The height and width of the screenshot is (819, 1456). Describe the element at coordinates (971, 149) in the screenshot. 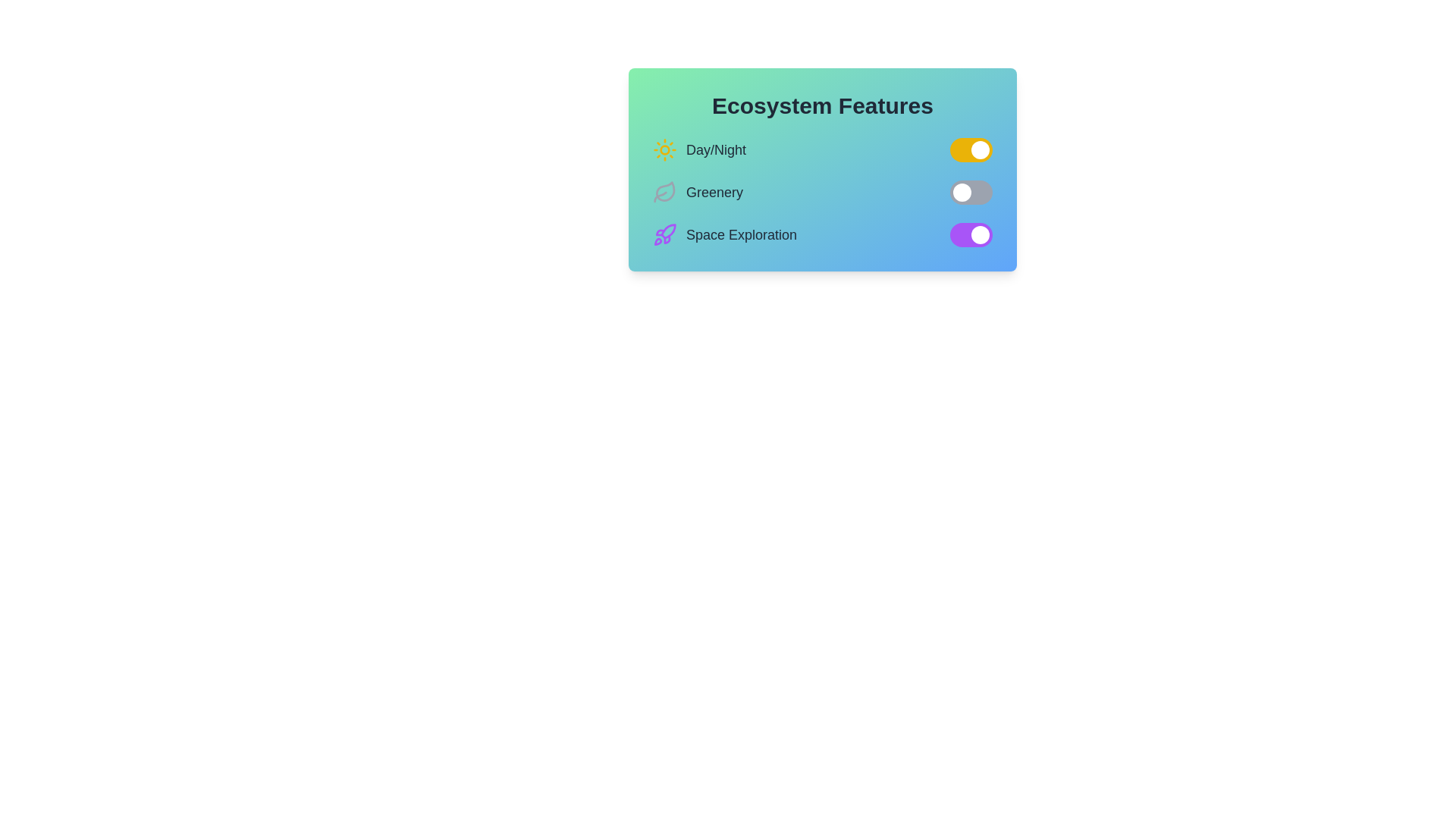

I see `the toggle switch with a yellow background and a white circular knob, located in the top-right corner adjacent to the 'Day/Night' label, to change its state` at that location.